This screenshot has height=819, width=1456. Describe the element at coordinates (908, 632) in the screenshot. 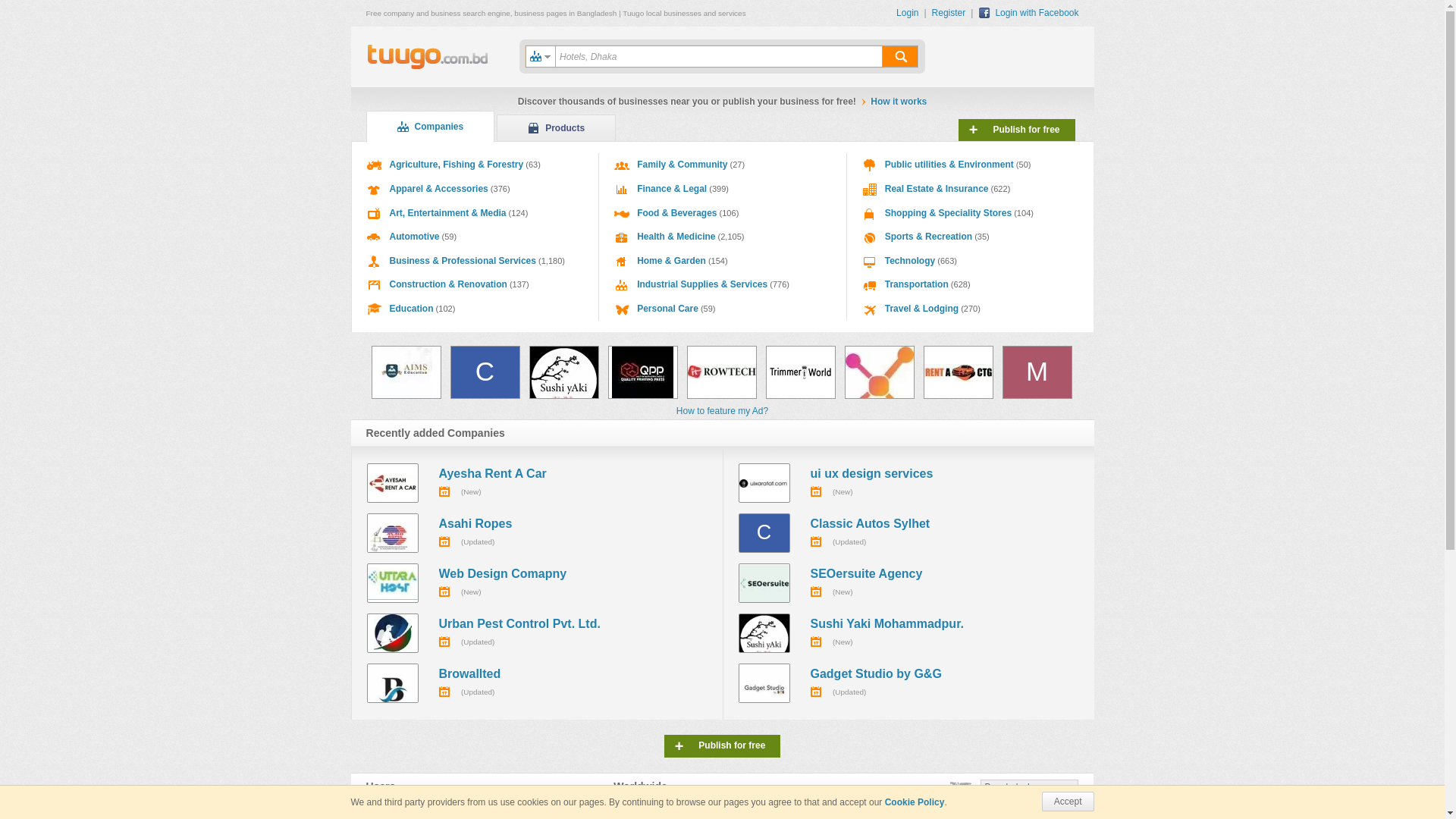

I see `'Sushi Yaki Mohammadpur.` at that location.